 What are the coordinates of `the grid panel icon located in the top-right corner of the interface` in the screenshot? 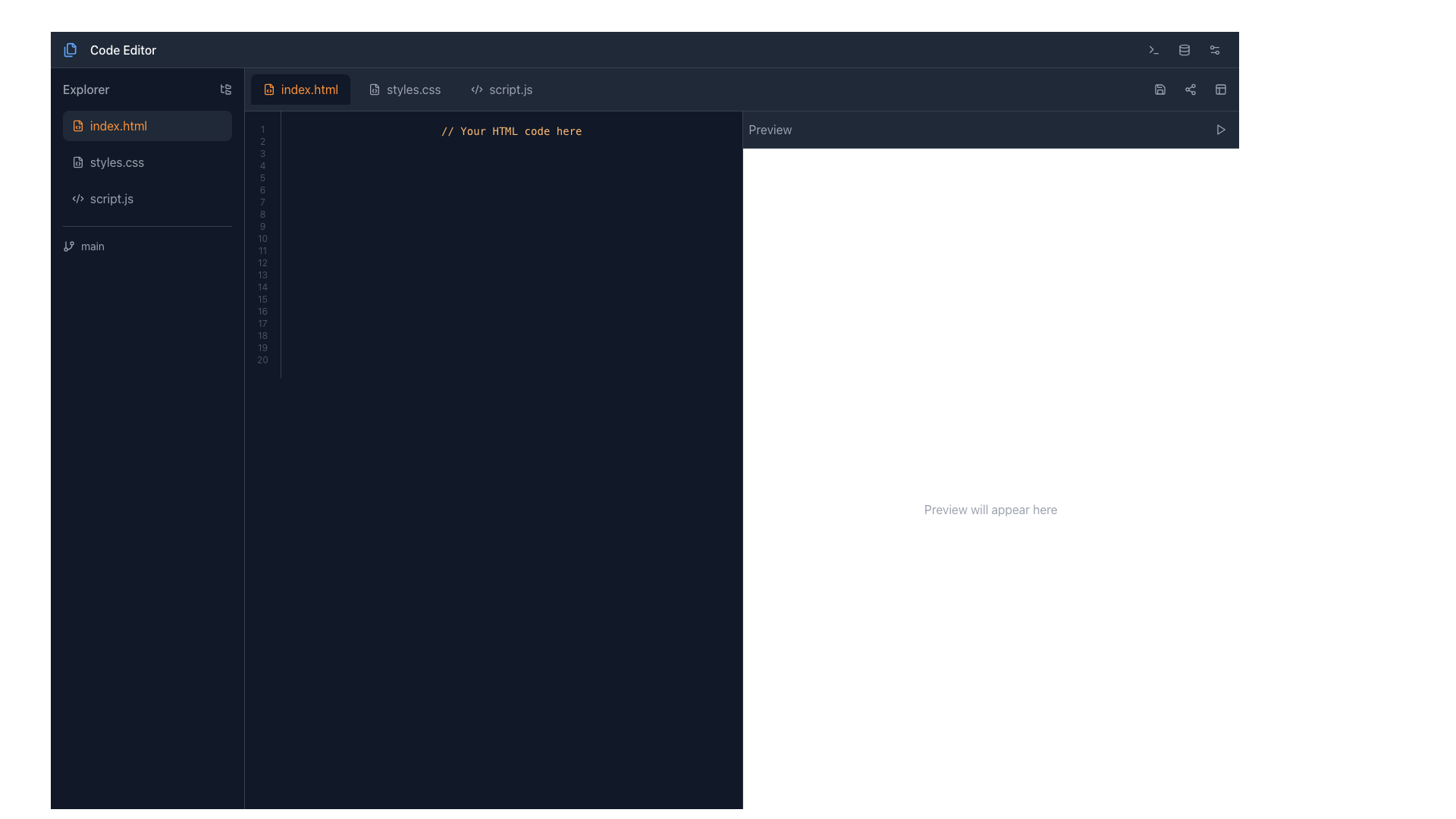 It's located at (1220, 89).